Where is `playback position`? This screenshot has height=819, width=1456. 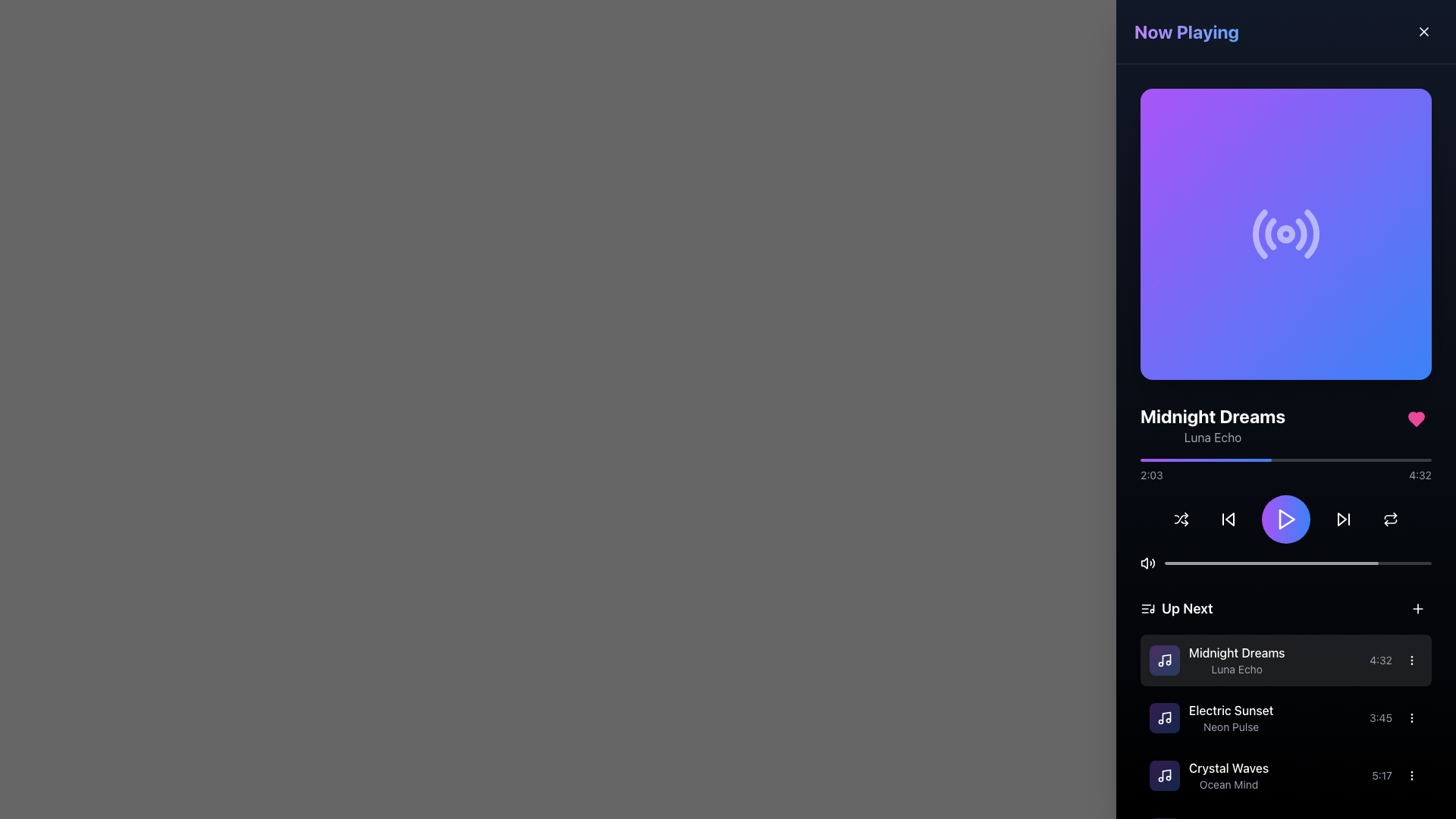
playback position is located at coordinates (1164, 563).